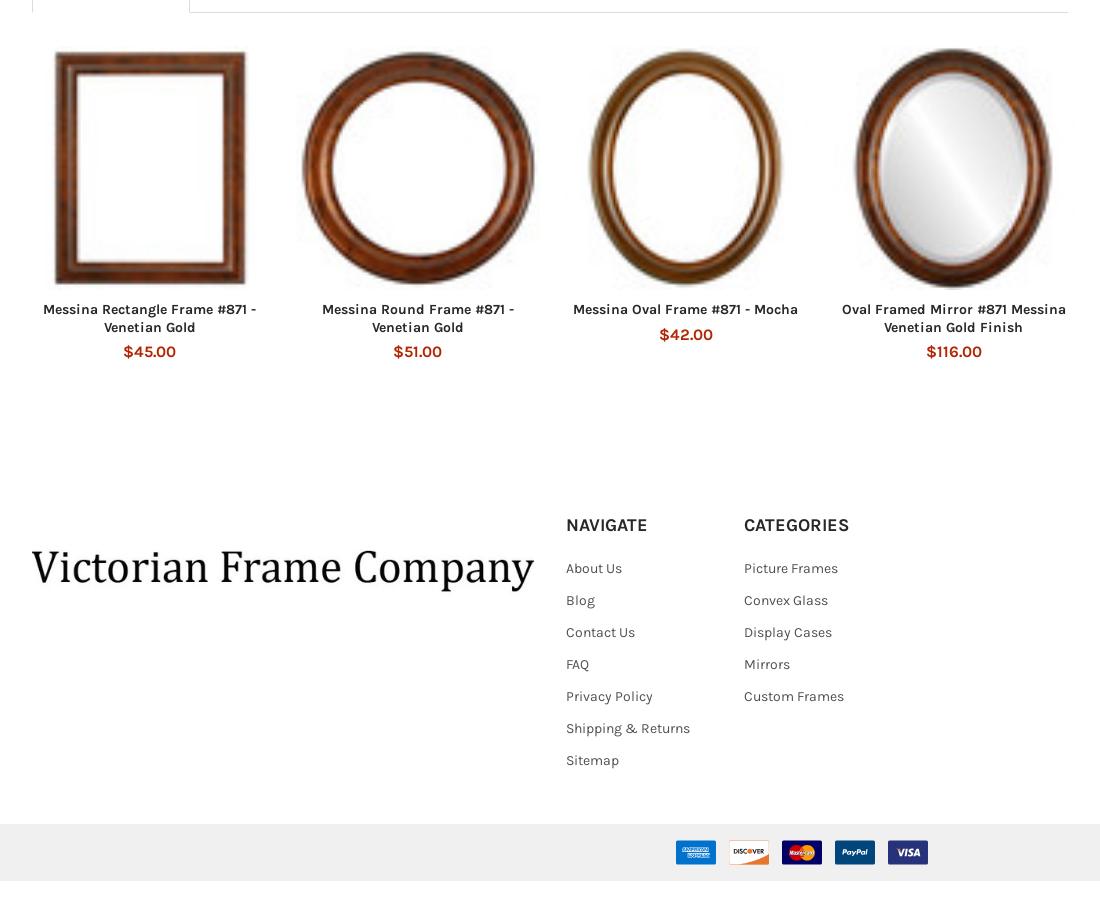 The width and height of the screenshot is (1100, 910). Describe the element at coordinates (658, 362) in the screenshot. I see `'$42.00'` at that location.